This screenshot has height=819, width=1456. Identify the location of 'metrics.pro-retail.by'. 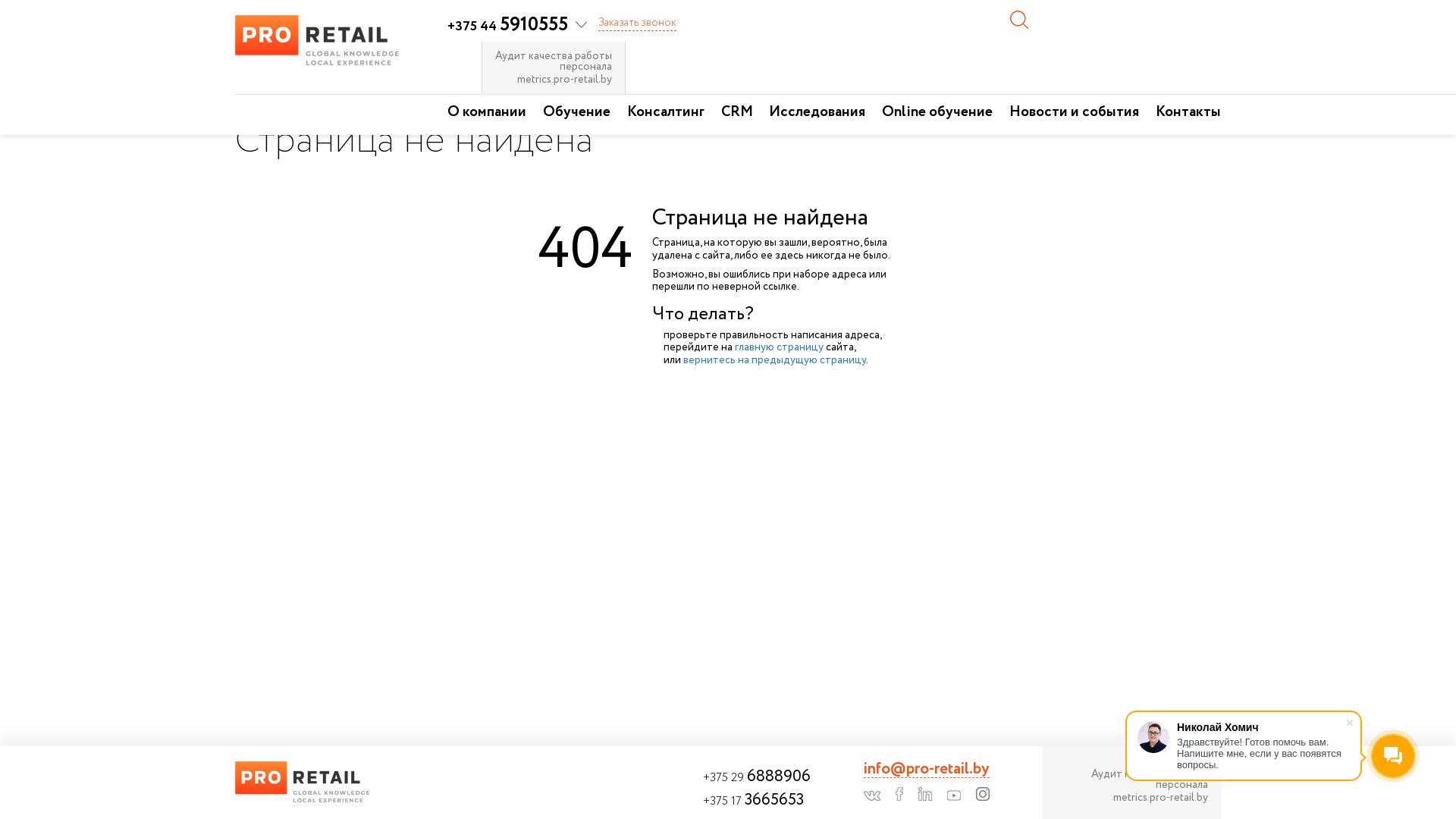
(1131, 797).